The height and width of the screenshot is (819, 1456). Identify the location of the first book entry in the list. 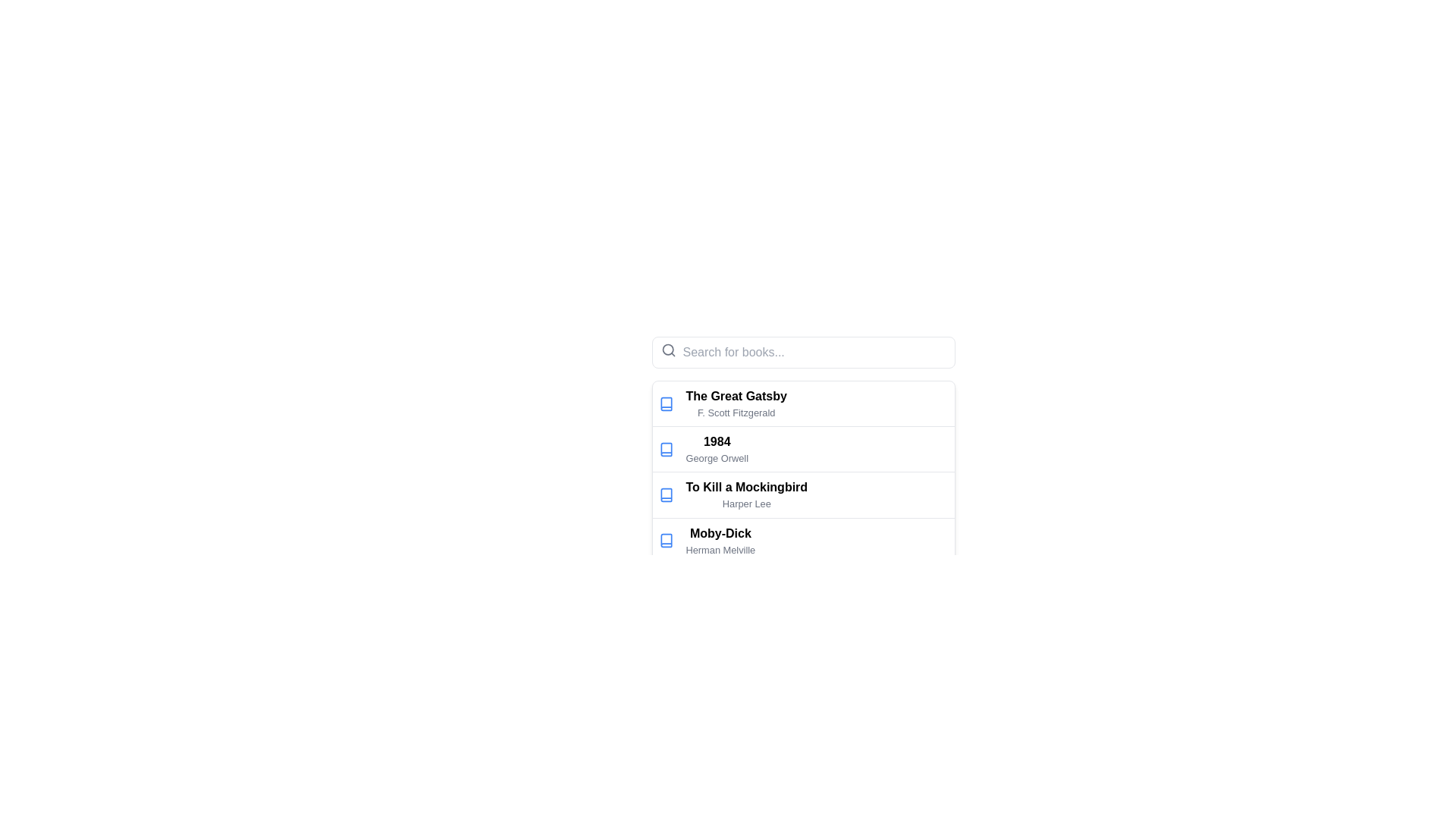
(802, 403).